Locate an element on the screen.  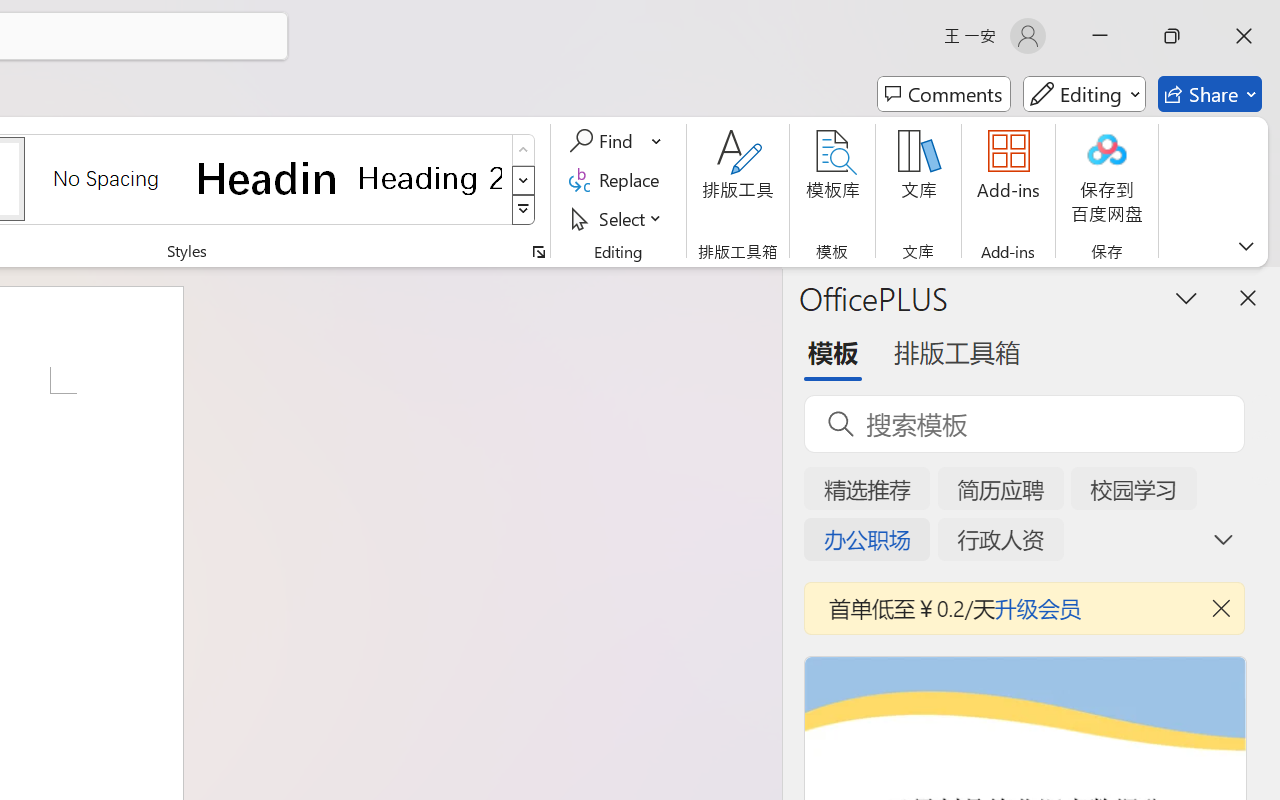
'Find' is located at coordinates (615, 141).